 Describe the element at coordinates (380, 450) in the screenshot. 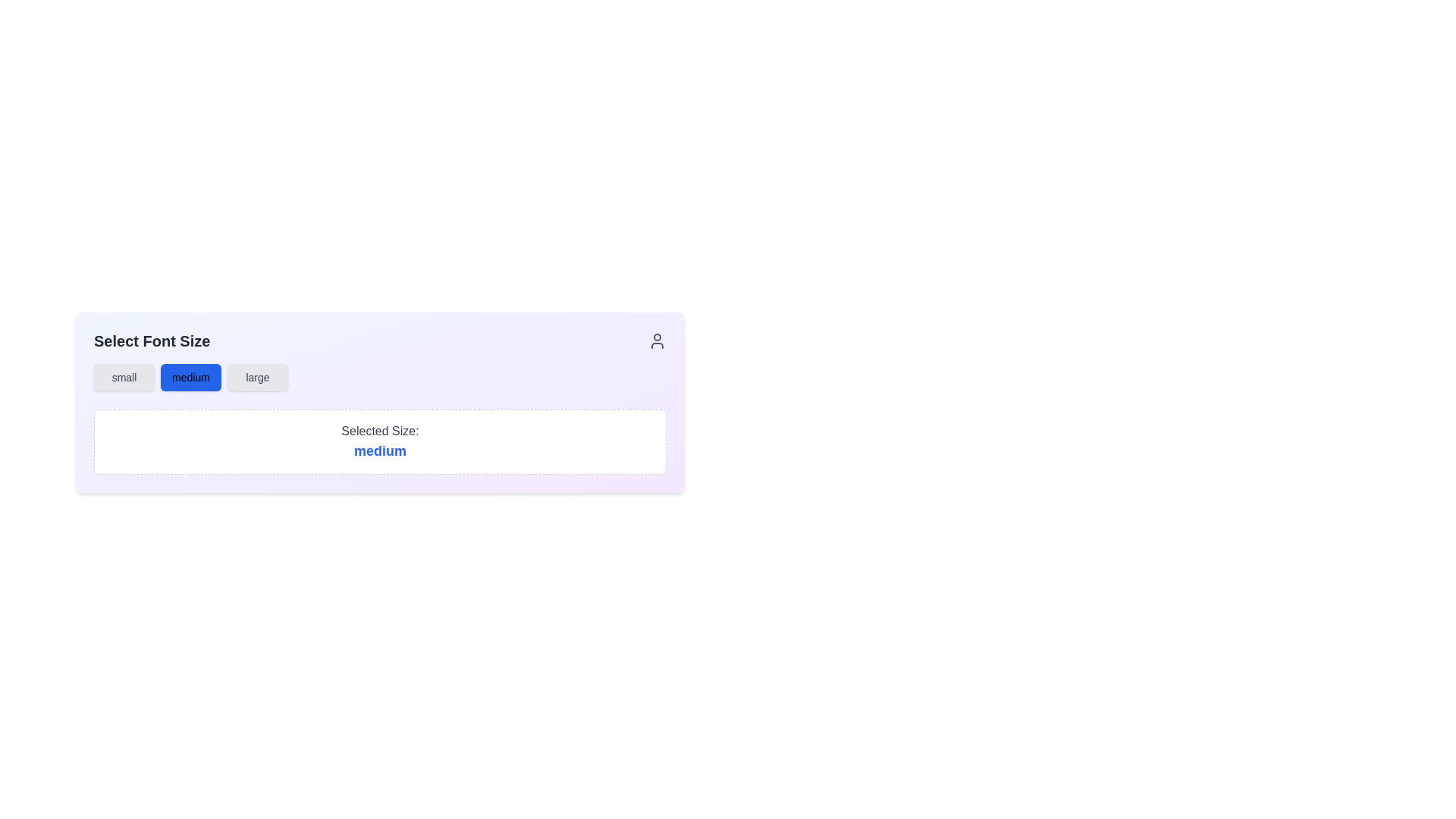

I see `the static text label displaying 'medium' in bold blue font, which is located within a bordered white background box, below the label 'Selected Size:'` at that location.